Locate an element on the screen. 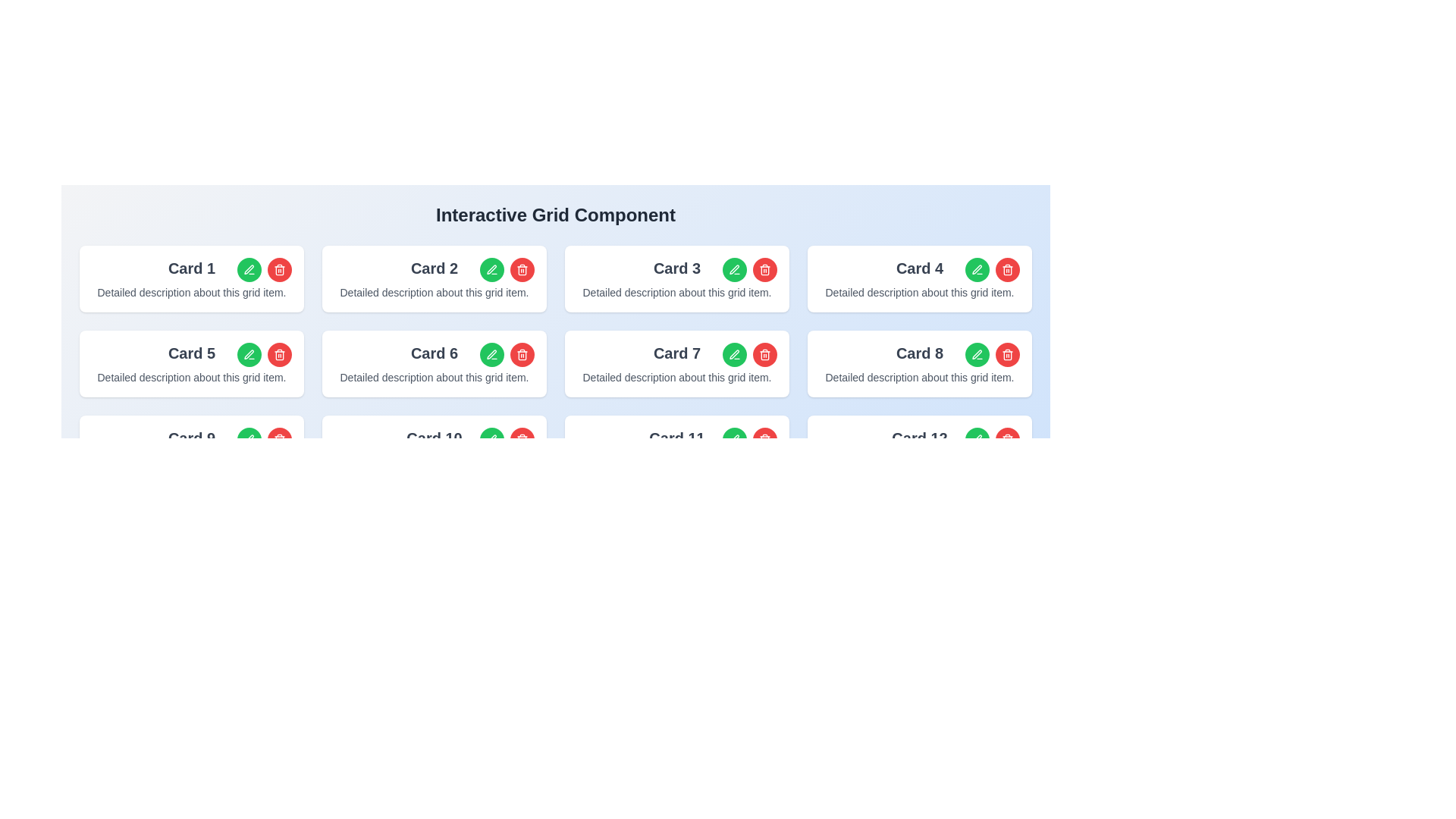 The width and height of the screenshot is (1456, 819). the body section of the trash bin icon, which is part of the SVG graphic located at the top-right corner of 'Card 10' is located at coordinates (522, 441).